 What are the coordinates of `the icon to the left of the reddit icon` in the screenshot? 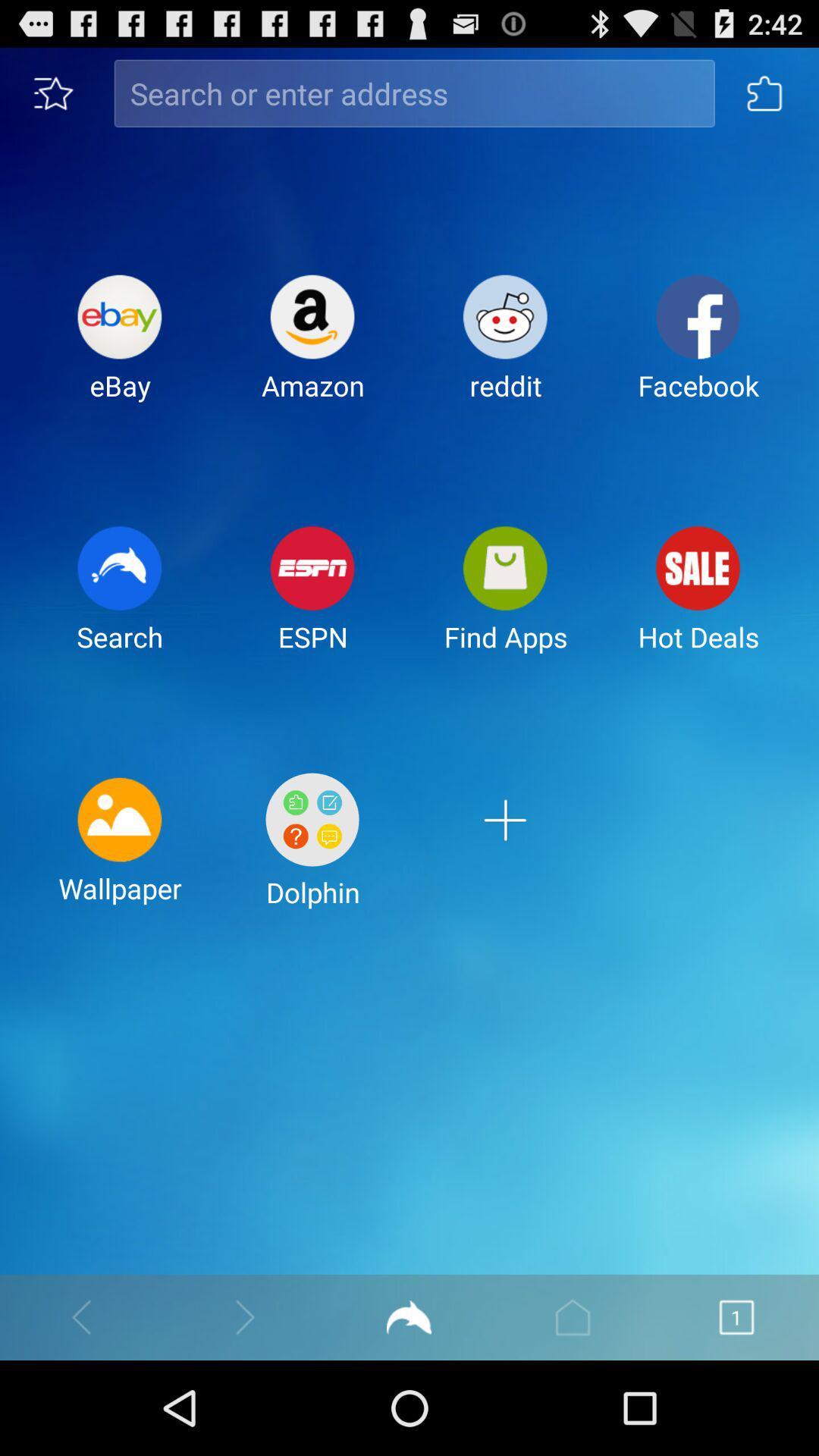 It's located at (312, 349).